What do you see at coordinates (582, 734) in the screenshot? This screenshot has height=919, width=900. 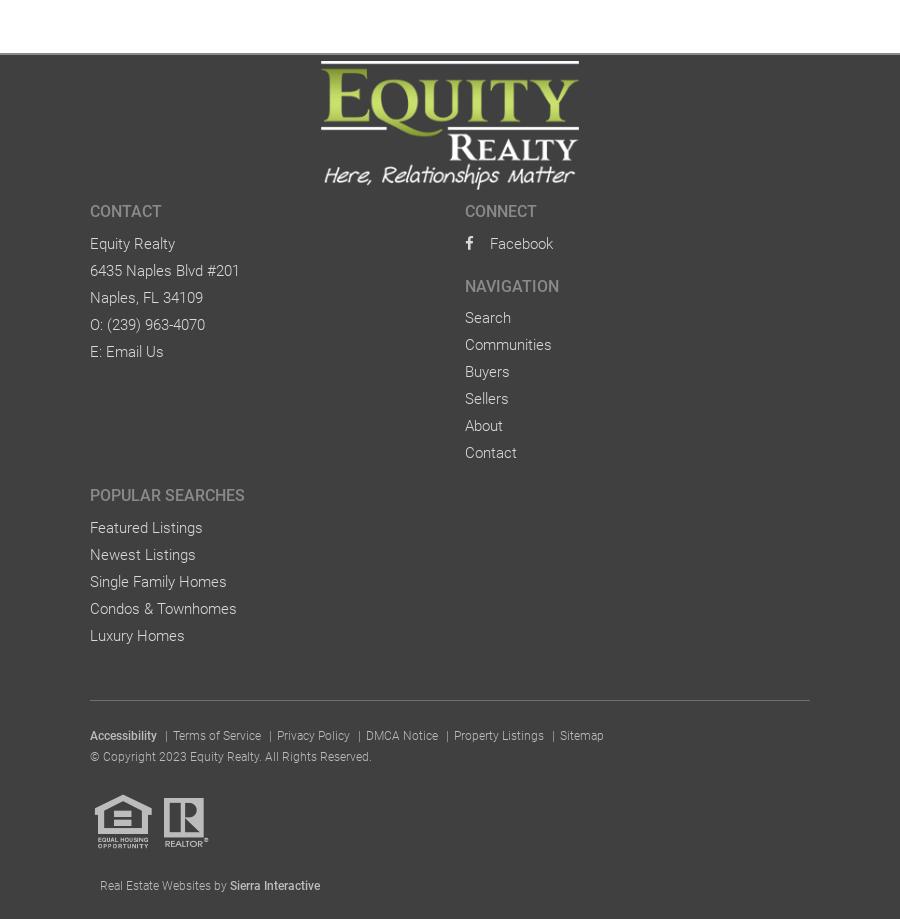 I see `'Sitemap'` at bounding box center [582, 734].